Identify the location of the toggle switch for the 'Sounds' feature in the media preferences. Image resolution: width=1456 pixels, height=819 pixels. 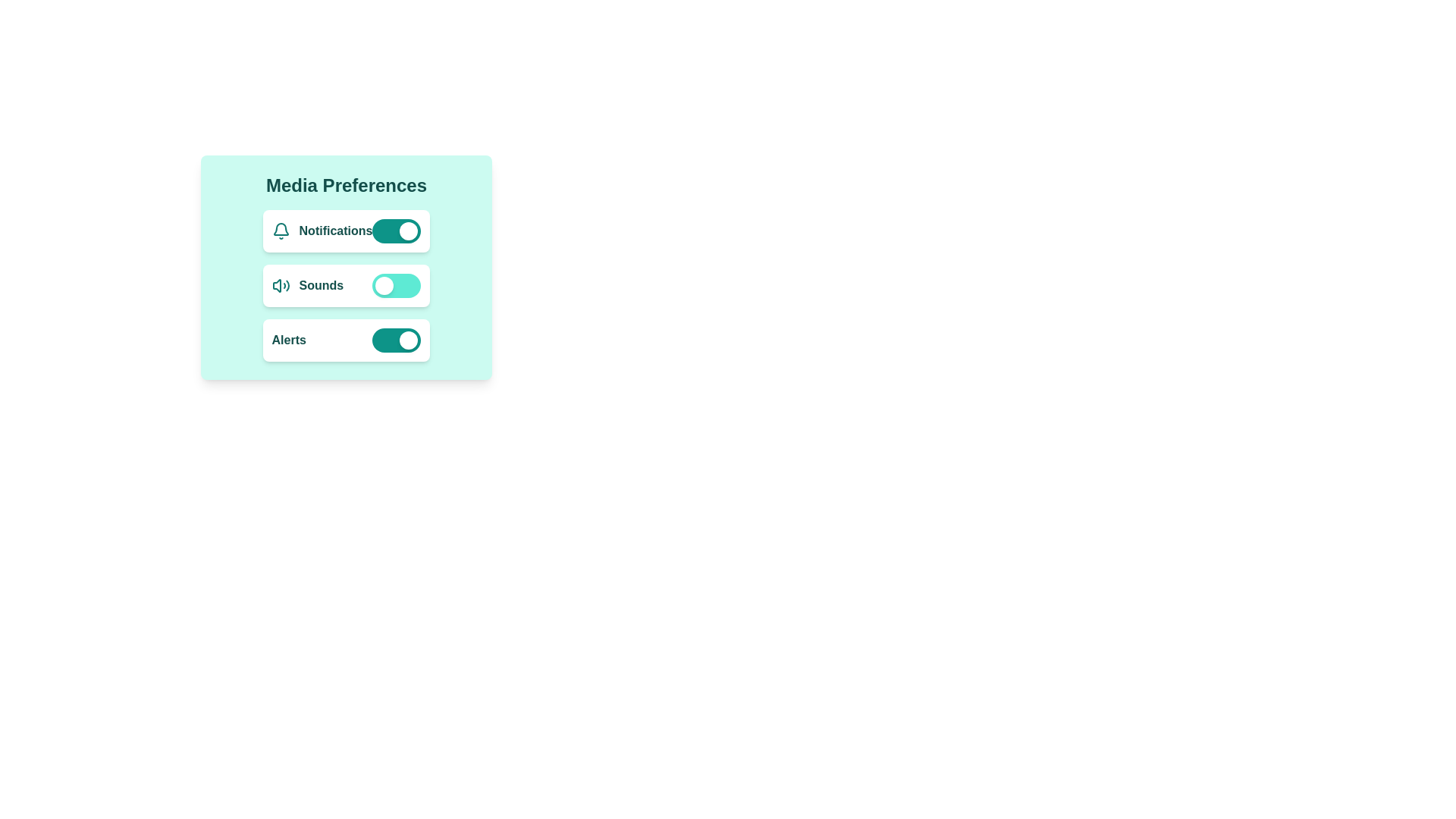
(397, 286).